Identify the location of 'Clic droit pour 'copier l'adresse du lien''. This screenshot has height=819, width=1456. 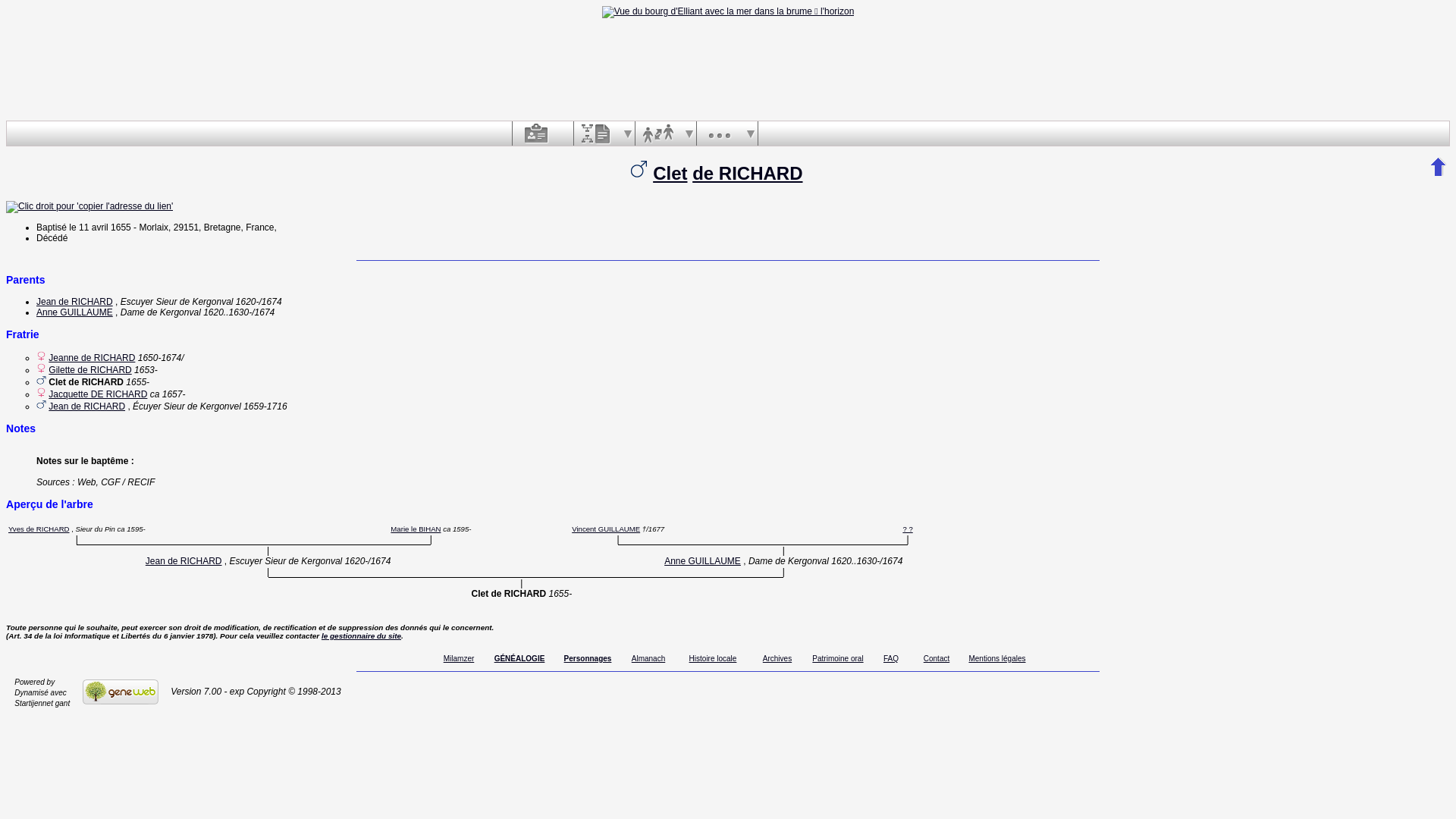
(89, 207).